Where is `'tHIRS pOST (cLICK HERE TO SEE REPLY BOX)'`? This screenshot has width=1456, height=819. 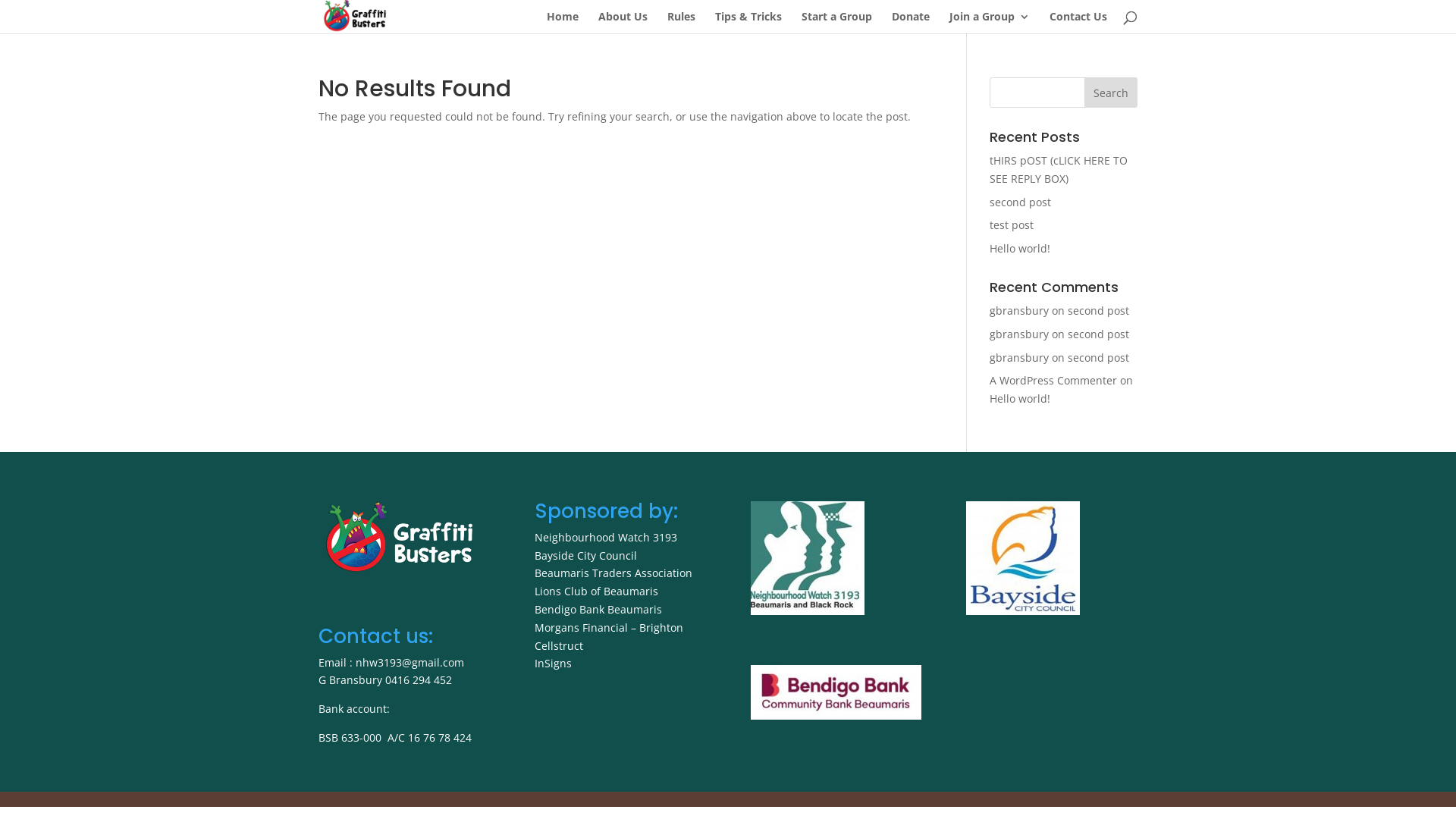 'tHIRS pOST (cLICK HERE TO SEE REPLY BOX)' is located at coordinates (1058, 169).